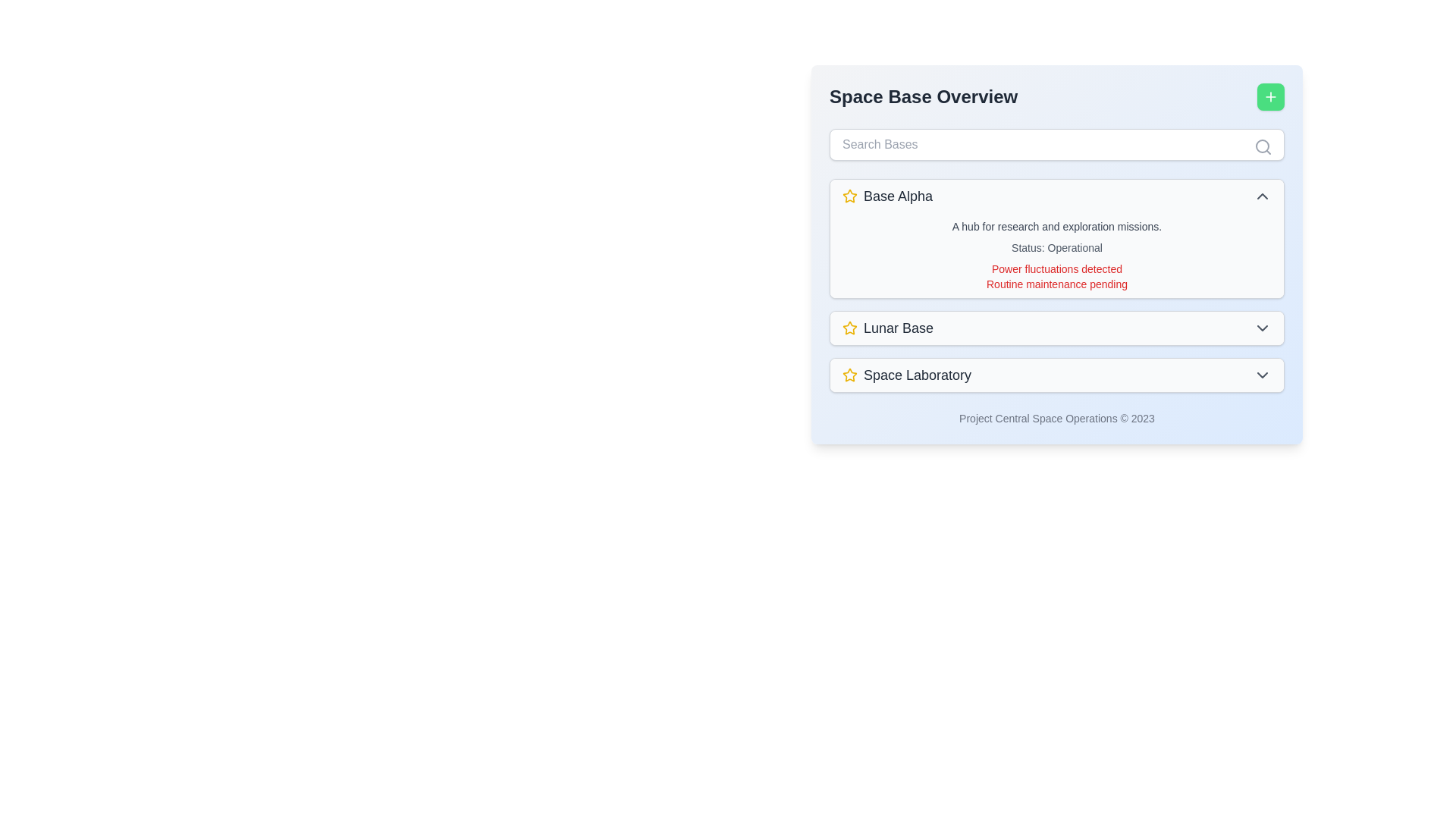  What do you see at coordinates (1056, 253) in the screenshot?
I see `displayed information from the Expandable Section titled 'Base Alpha', which includes descriptive text and status indicators` at bounding box center [1056, 253].